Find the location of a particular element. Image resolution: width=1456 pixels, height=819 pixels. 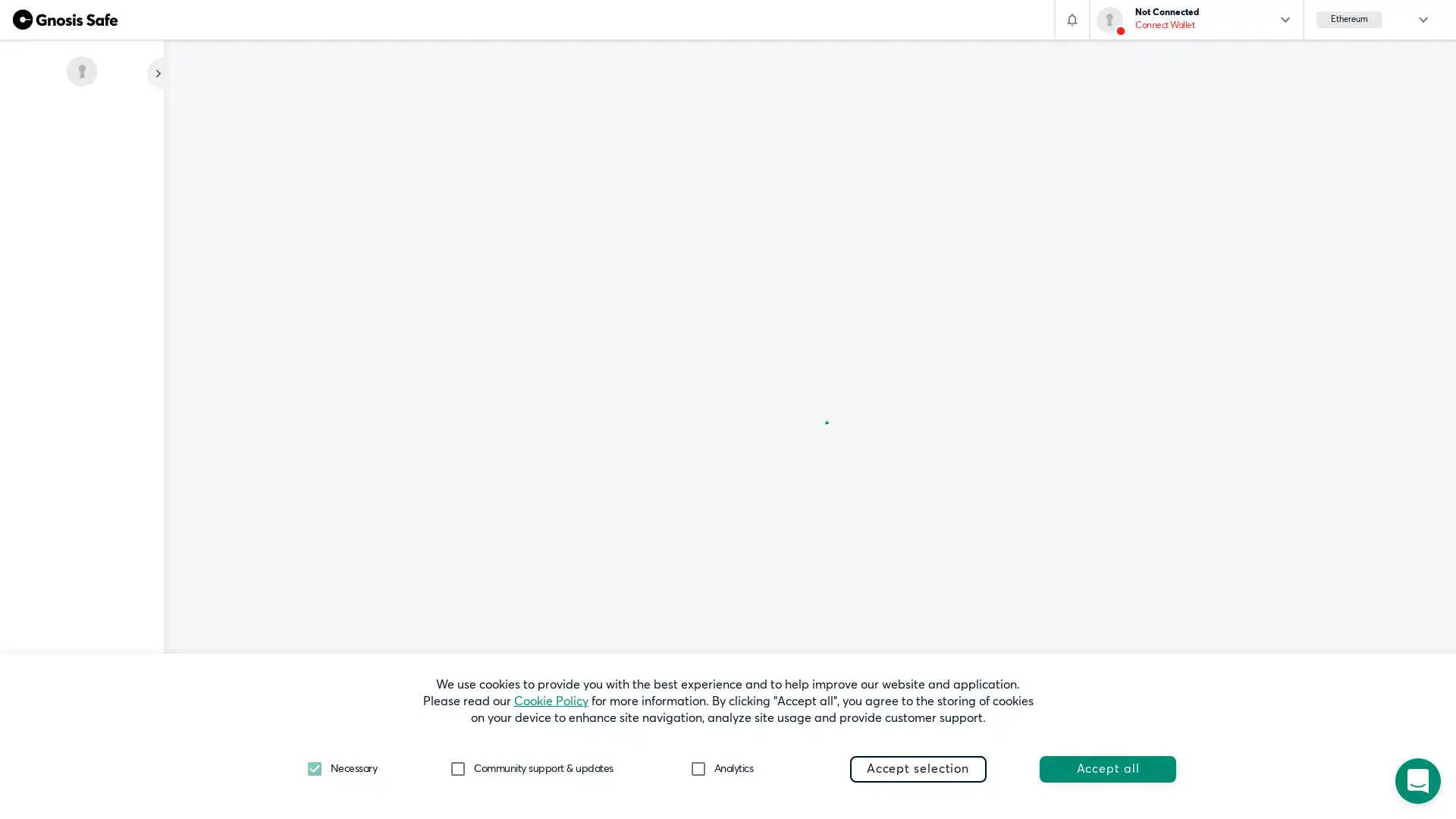

Continue is located at coordinates (582, 277).